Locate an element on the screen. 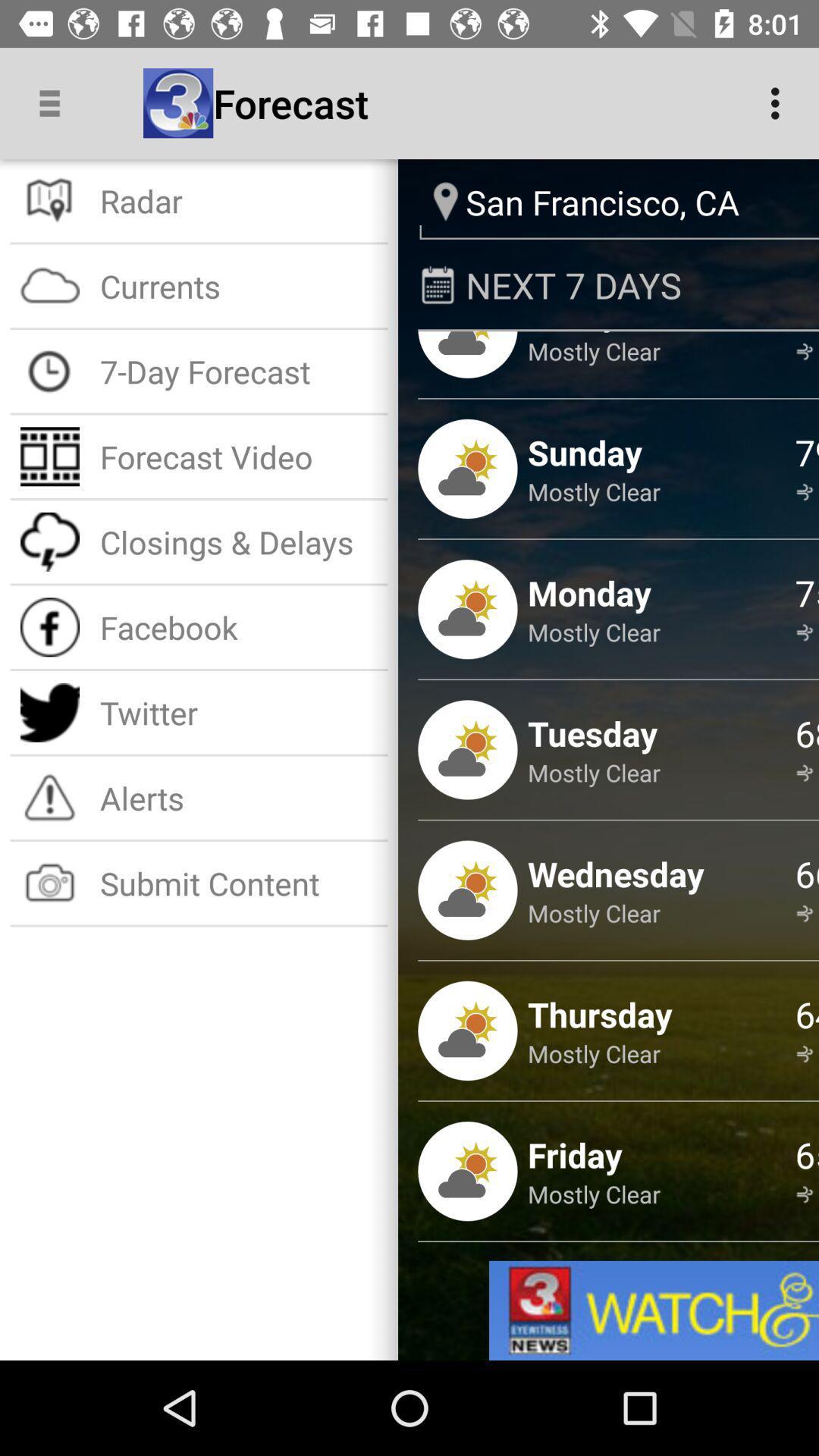 This screenshot has height=1456, width=819. the twitter is located at coordinates (239, 711).